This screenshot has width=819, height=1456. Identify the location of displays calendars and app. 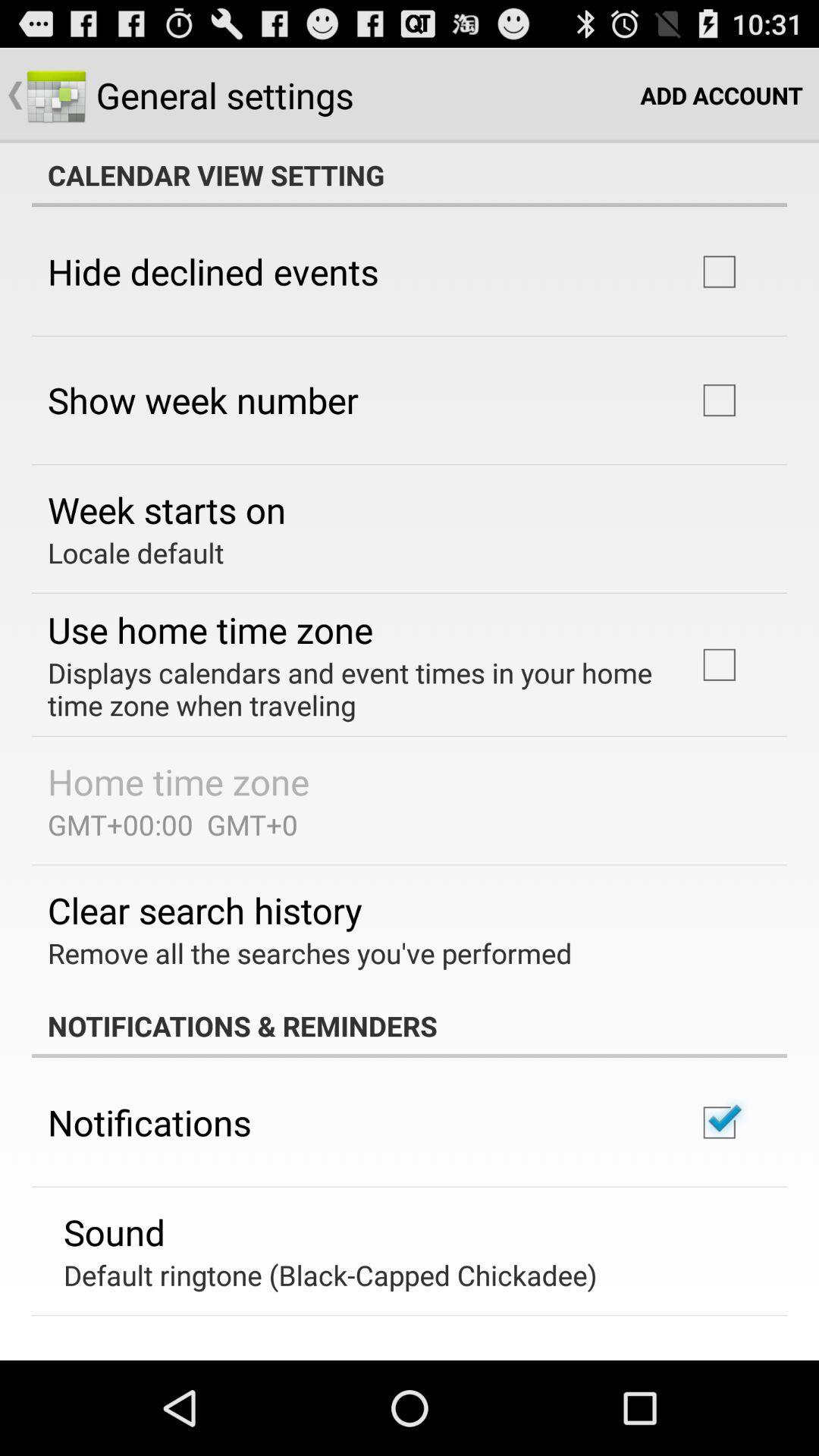
(351, 688).